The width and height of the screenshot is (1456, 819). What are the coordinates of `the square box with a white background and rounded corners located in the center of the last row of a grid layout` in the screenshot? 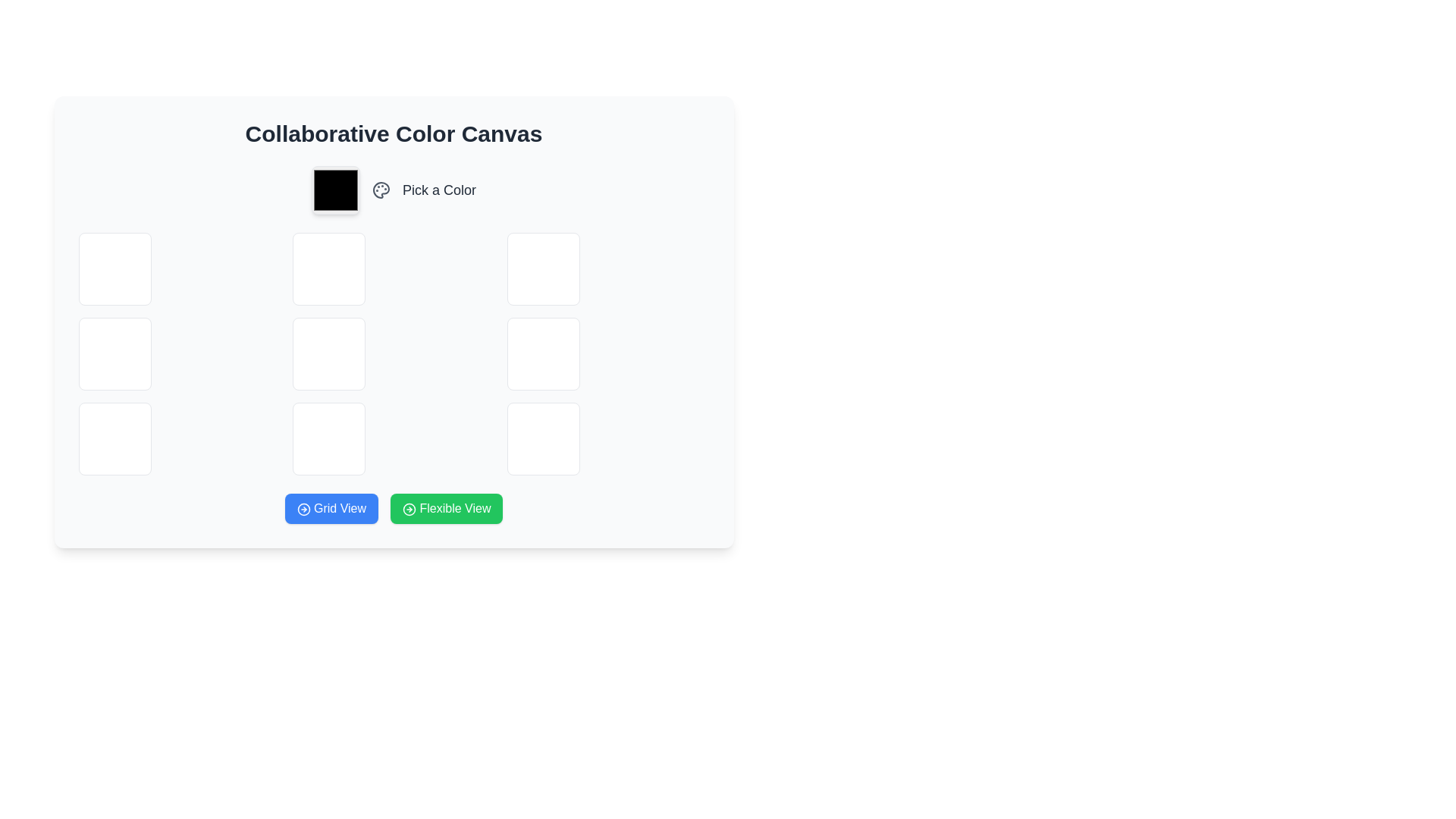 It's located at (328, 438).